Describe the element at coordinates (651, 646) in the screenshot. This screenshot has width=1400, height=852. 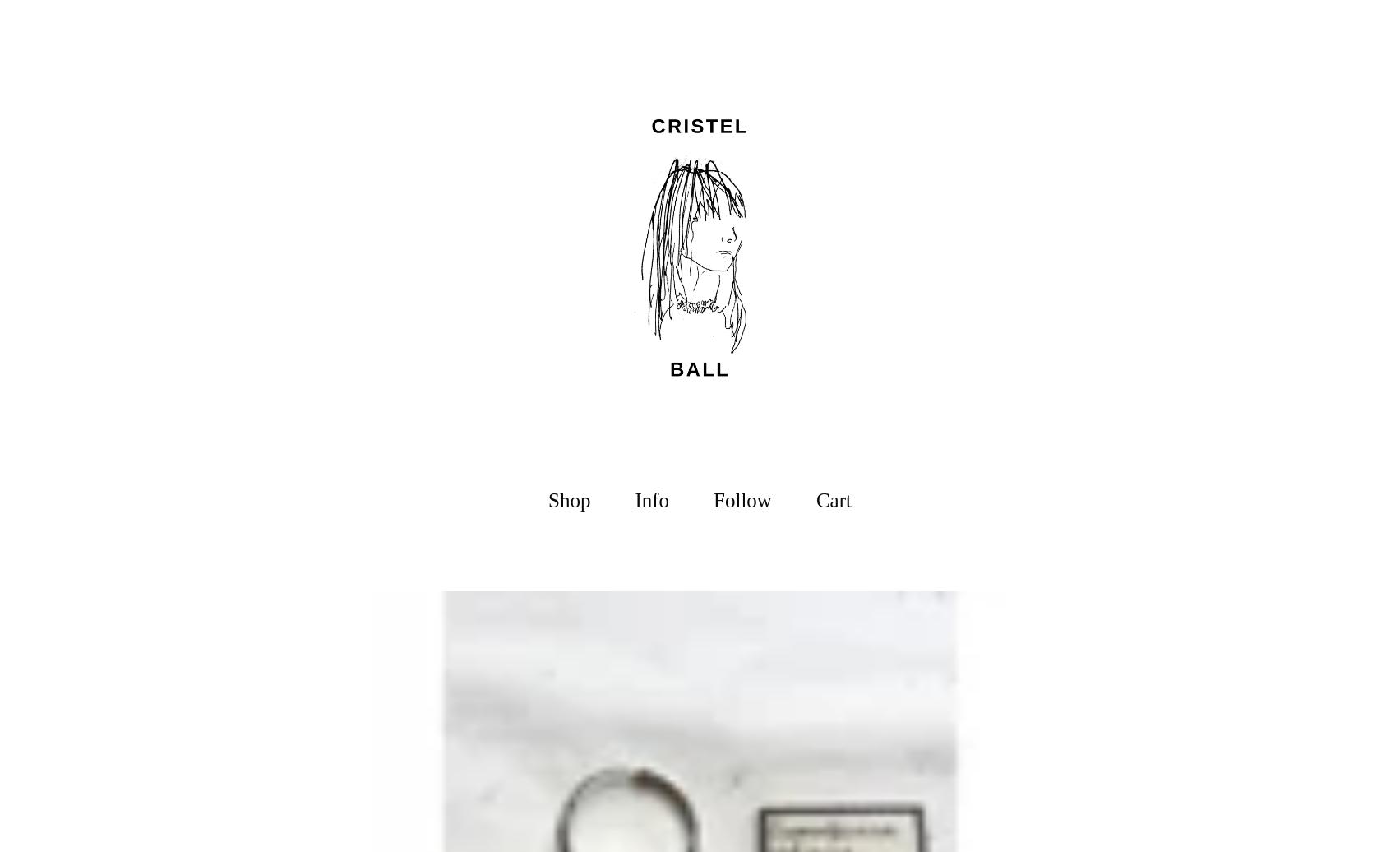
I see `'Stockists & PR'` at that location.